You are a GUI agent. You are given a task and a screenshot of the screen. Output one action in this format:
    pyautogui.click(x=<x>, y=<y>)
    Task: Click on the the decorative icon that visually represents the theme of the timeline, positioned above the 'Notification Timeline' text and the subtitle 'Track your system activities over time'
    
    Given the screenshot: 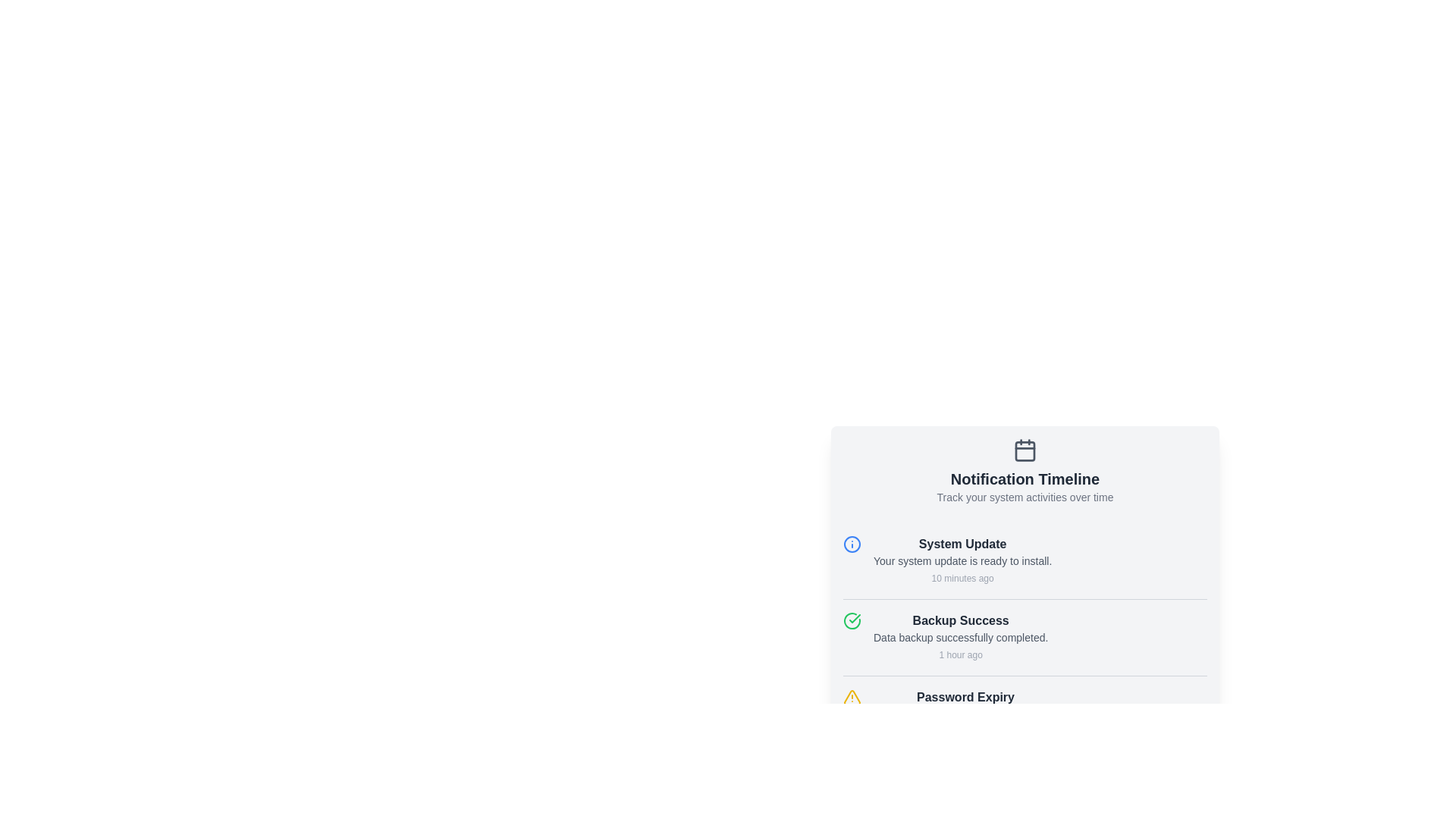 What is the action you would take?
    pyautogui.click(x=1025, y=450)
    